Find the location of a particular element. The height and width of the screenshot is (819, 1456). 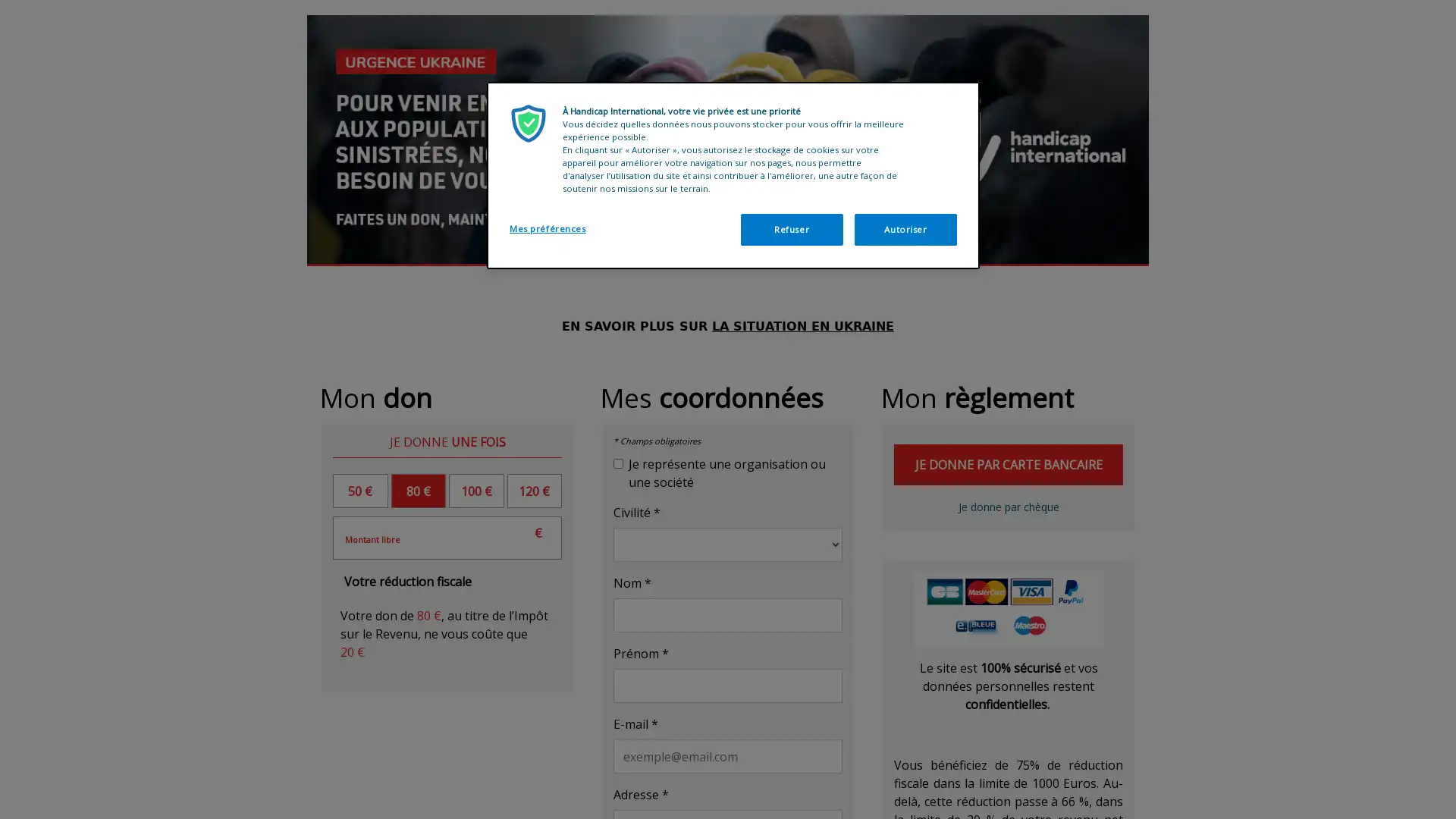

50 is located at coordinates (359, 491).